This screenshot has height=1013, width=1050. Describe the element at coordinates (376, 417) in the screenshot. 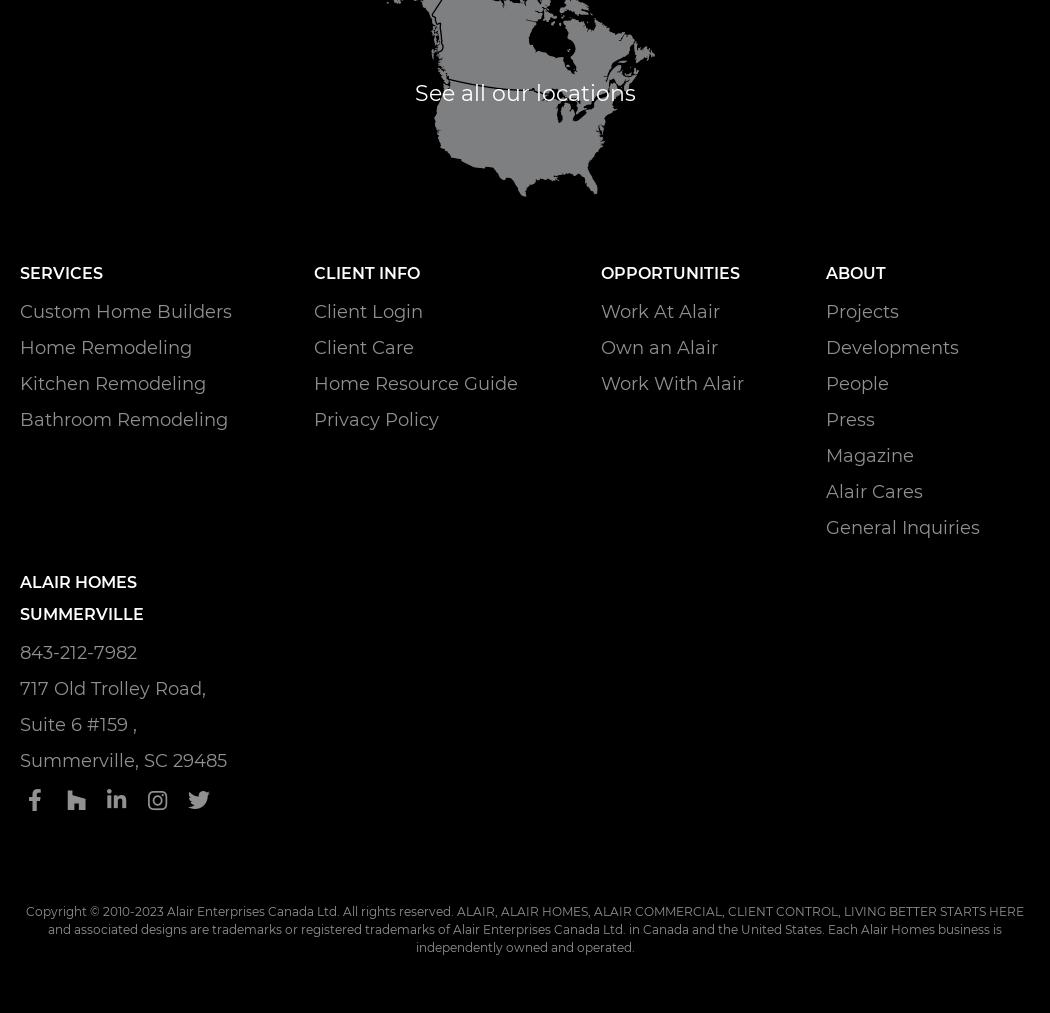

I see `'Privacy Policy'` at that location.